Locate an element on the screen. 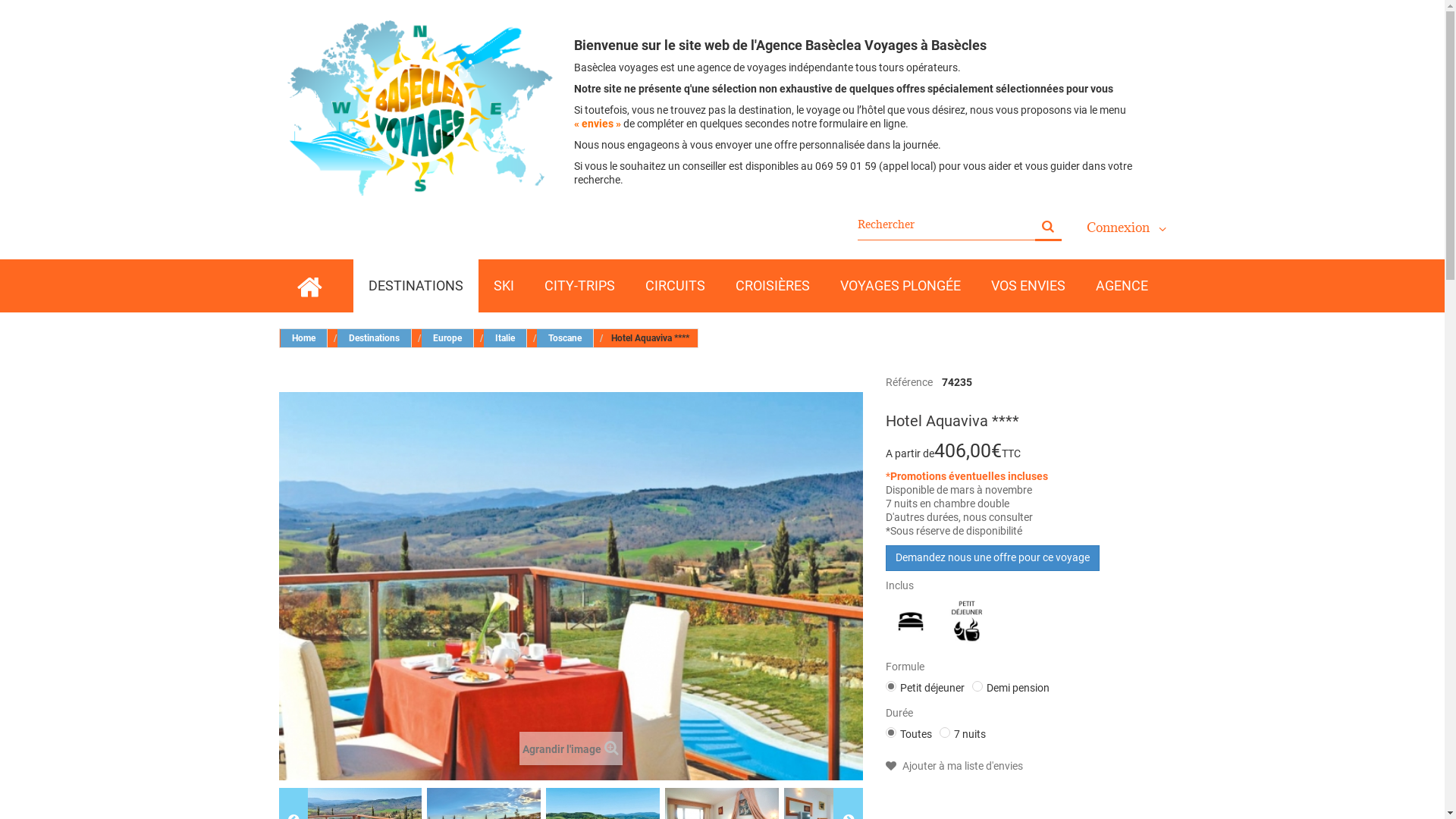 The image size is (1456, 819). 'Destinations' is located at coordinates (374, 337).